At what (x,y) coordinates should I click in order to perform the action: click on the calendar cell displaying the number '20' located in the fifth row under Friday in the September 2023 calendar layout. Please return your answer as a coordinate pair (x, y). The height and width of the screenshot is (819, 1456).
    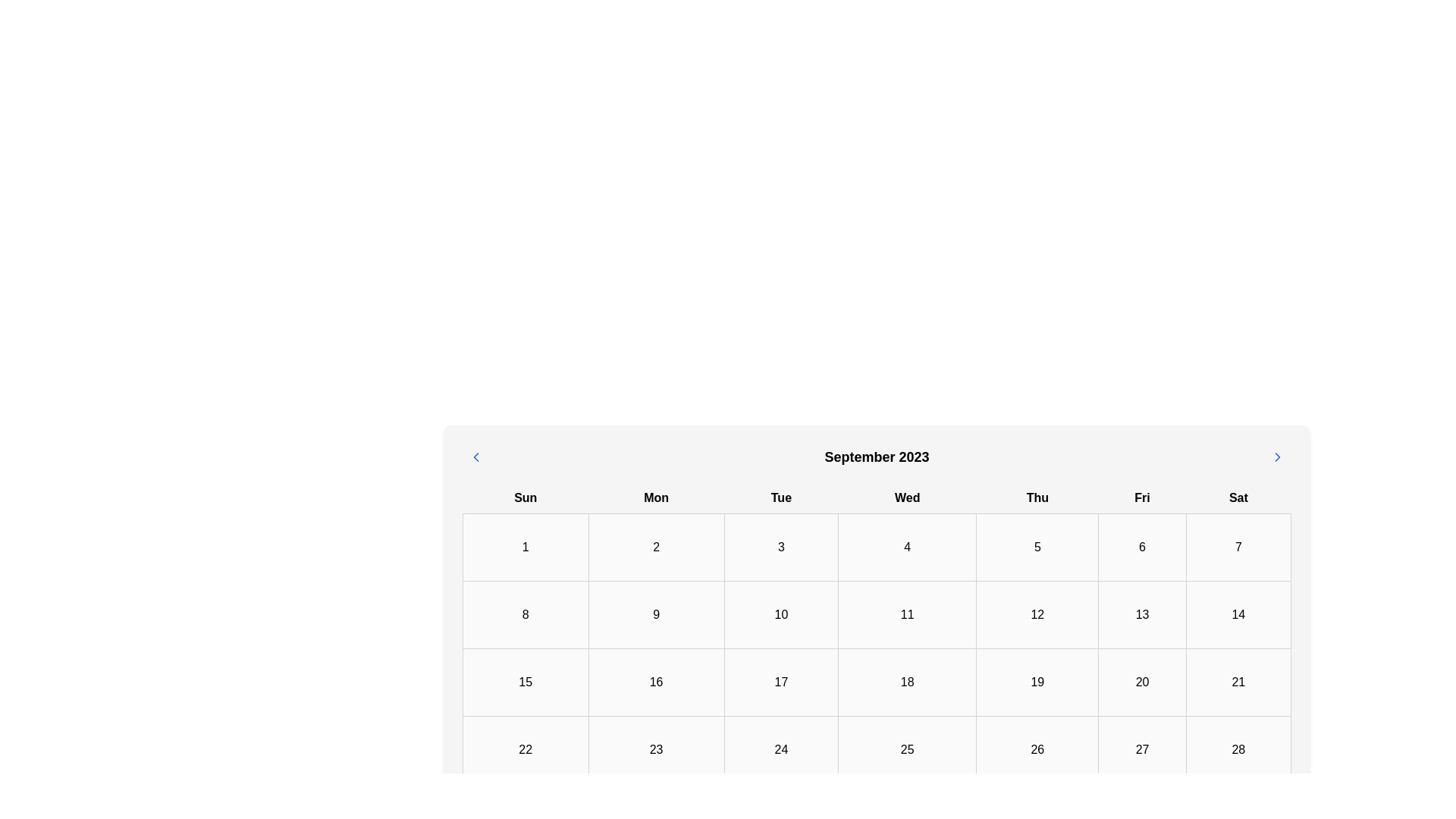
    Looking at the image, I should click on (1142, 681).